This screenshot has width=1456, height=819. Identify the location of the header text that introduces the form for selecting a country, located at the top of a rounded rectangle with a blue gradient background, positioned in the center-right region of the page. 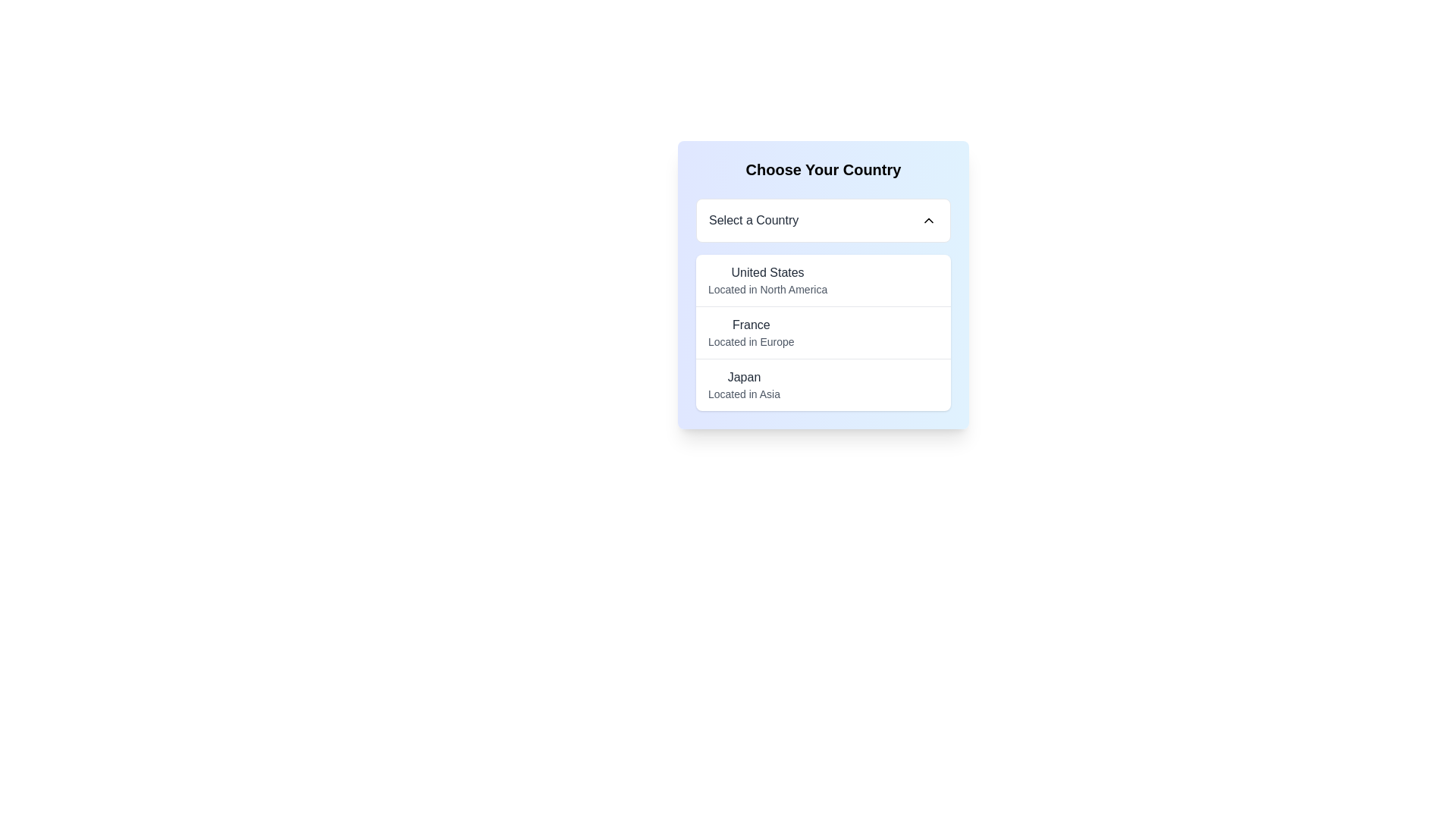
(822, 169).